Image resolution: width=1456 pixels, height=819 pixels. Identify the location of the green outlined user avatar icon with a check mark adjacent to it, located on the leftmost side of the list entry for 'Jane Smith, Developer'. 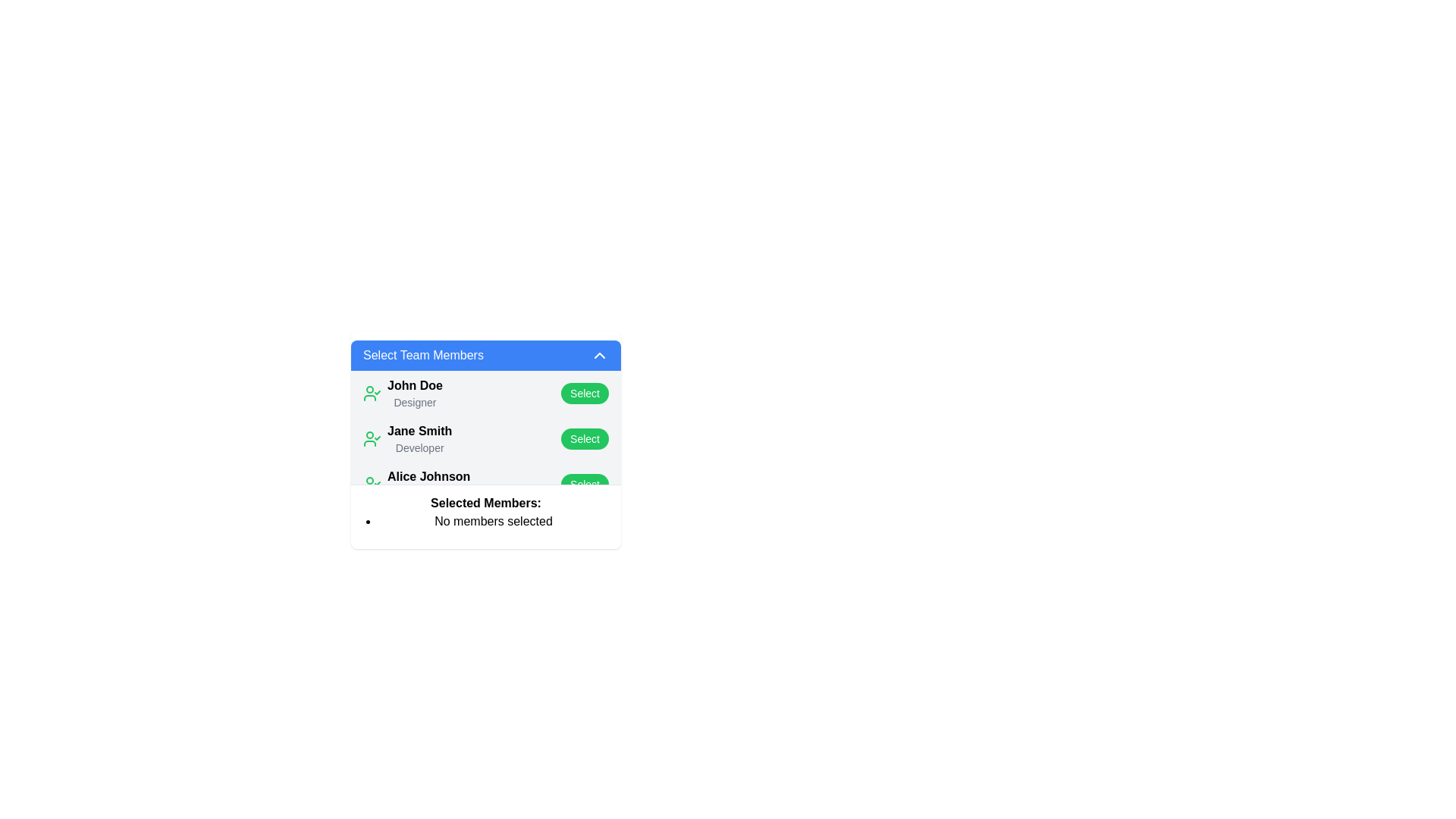
(372, 438).